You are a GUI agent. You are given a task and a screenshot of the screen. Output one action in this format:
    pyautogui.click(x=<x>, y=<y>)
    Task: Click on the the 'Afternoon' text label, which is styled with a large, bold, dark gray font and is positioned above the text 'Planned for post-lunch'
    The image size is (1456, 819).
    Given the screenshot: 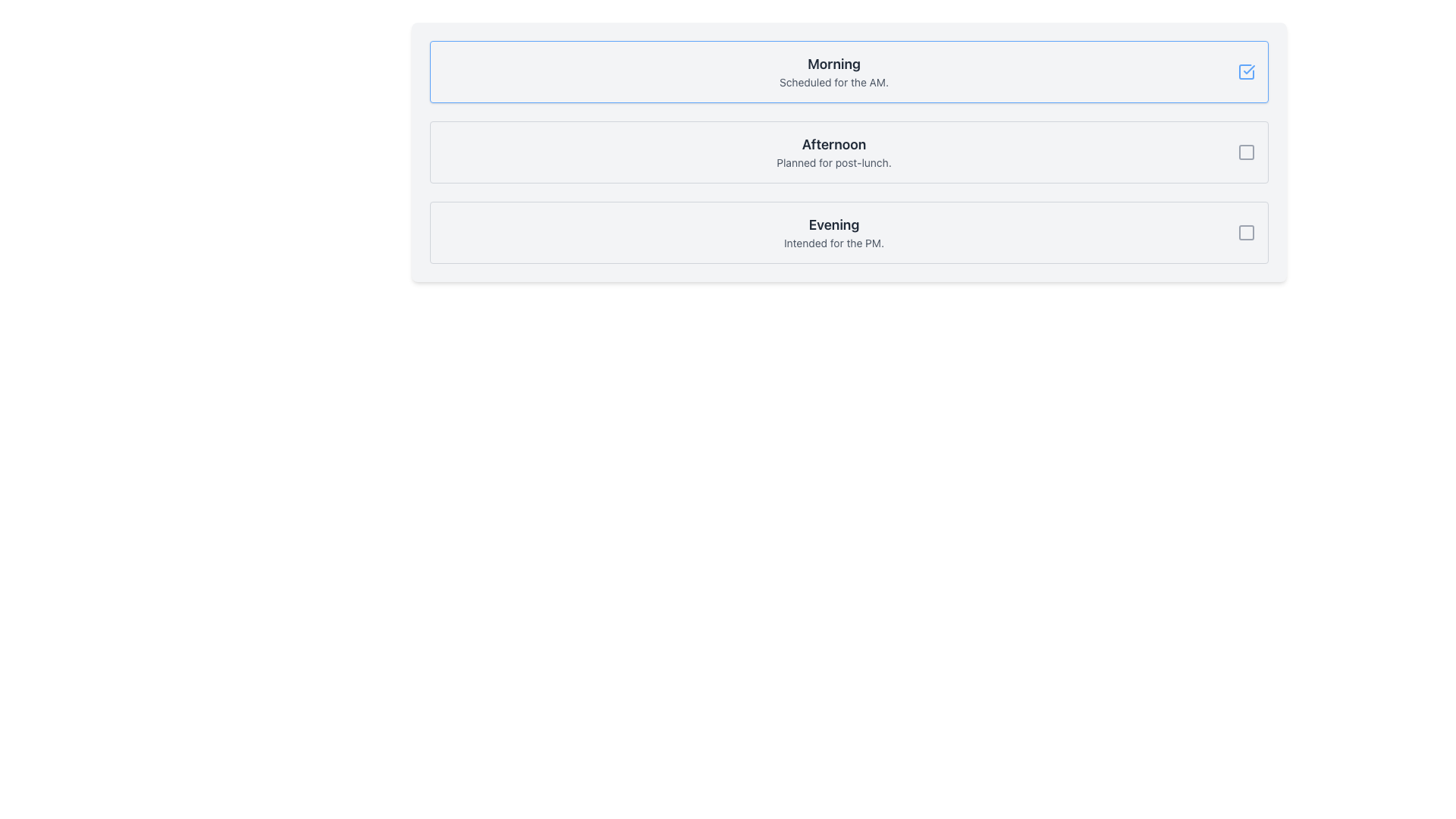 What is the action you would take?
    pyautogui.click(x=833, y=145)
    